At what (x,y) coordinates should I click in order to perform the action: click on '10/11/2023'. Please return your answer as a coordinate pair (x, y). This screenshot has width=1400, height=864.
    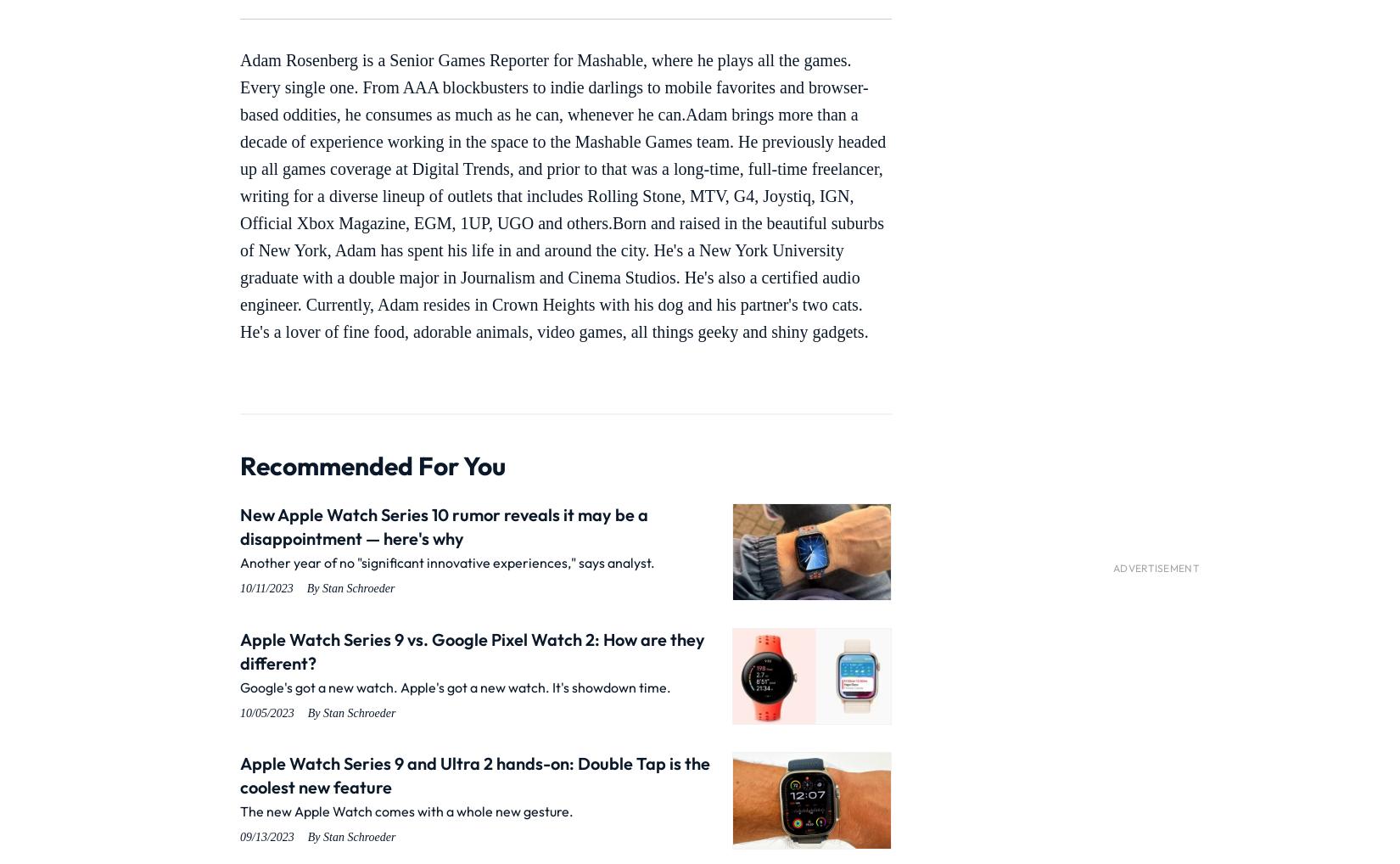
    Looking at the image, I should click on (239, 588).